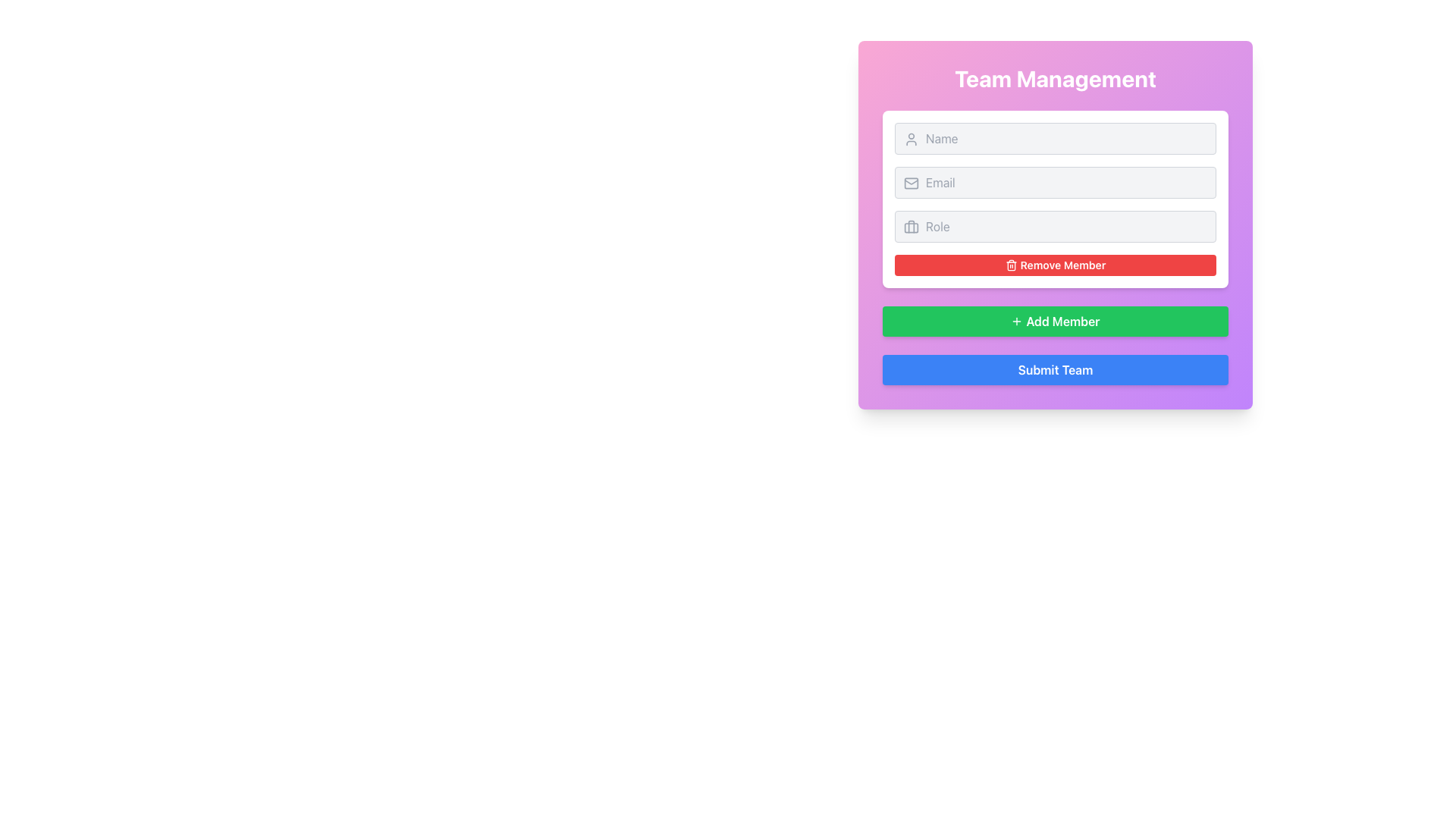 The width and height of the screenshot is (1456, 819). Describe the element at coordinates (1055, 321) in the screenshot. I see `the button that allows users to add a new member to the team, which is centrally aligned between the 'Remove Member' button above and the 'Submit Team' button below` at that location.